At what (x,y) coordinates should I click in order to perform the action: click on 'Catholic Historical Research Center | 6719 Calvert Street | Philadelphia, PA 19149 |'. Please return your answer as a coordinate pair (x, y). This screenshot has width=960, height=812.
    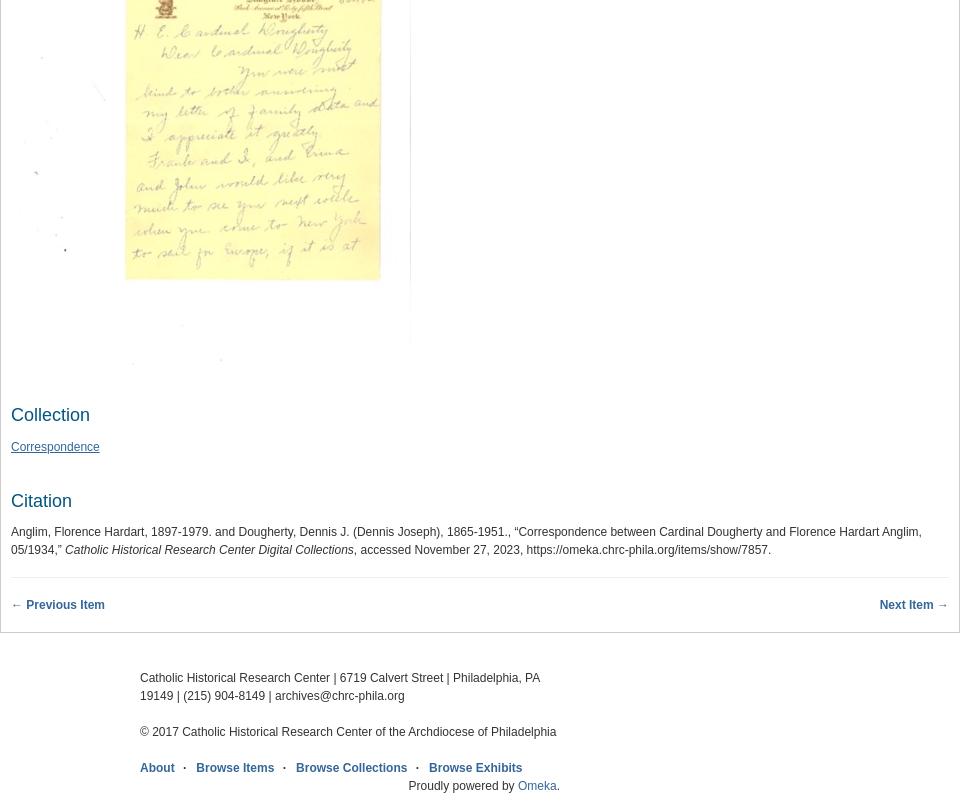
    Looking at the image, I should click on (339, 687).